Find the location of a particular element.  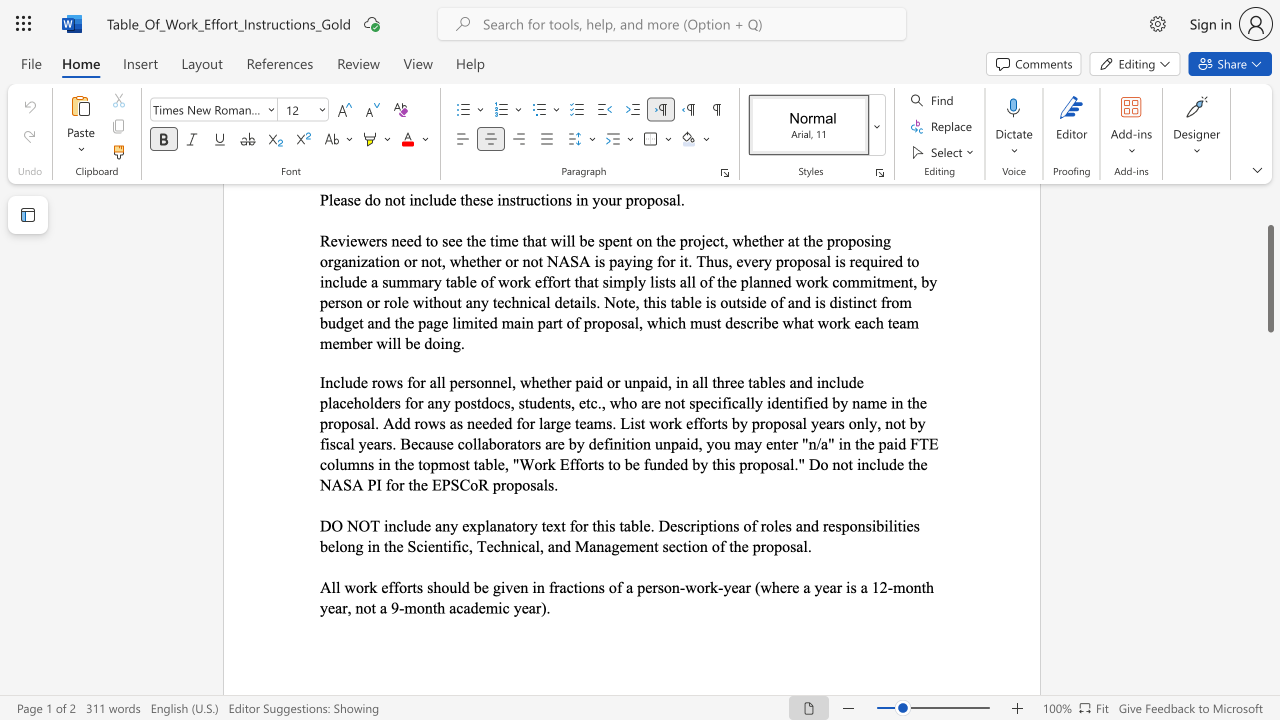

the scrollbar and move up 120 pixels is located at coordinates (1269, 279).